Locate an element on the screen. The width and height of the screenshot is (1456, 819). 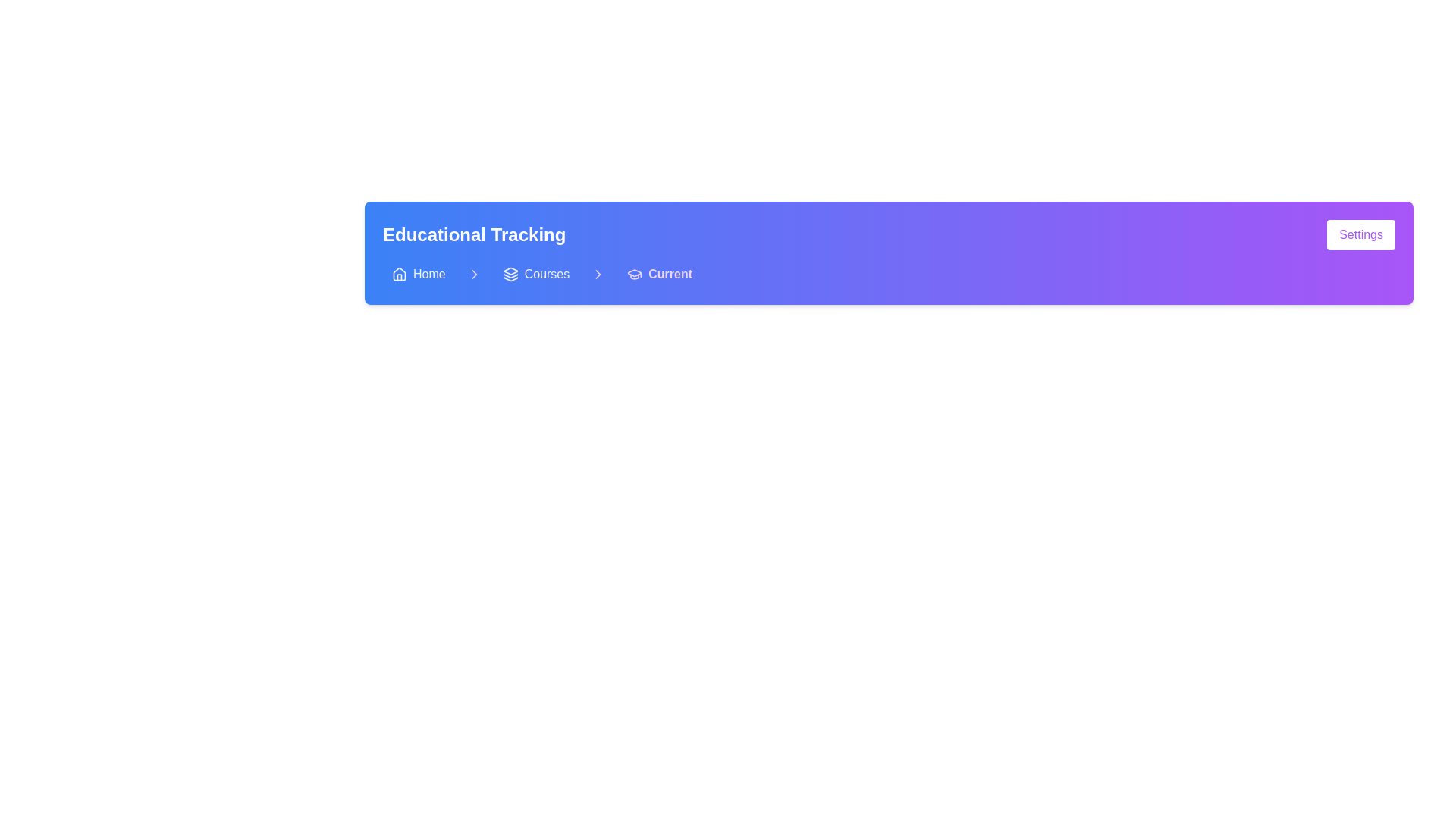
the Home icon in the navigation bar is located at coordinates (400, 275).